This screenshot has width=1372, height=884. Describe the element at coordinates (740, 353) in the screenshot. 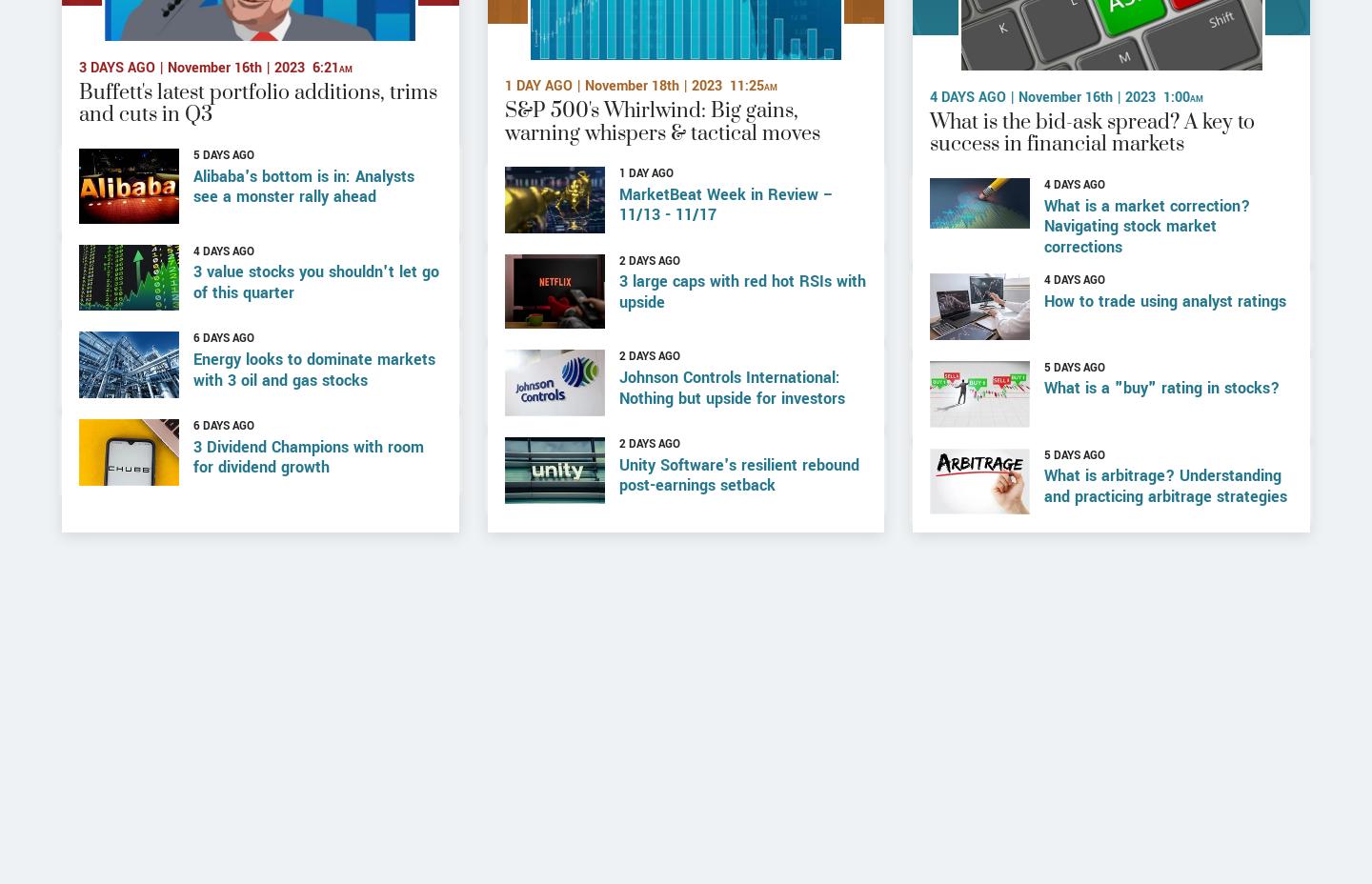

I see `'3 large caps with red hot RSIs with upside'` at that location.